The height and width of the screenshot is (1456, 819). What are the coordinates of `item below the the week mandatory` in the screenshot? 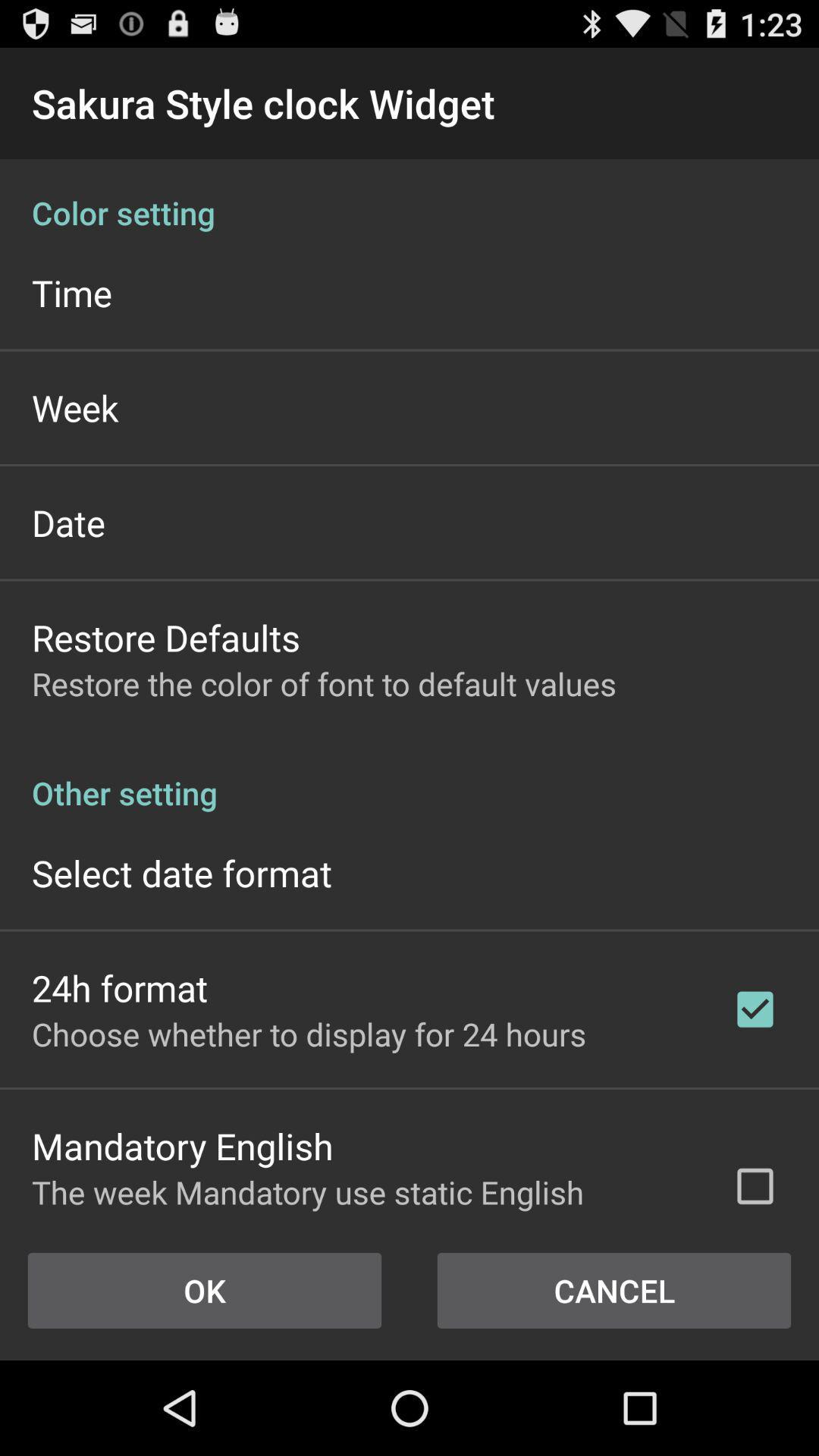 It's located at (614, 1290).